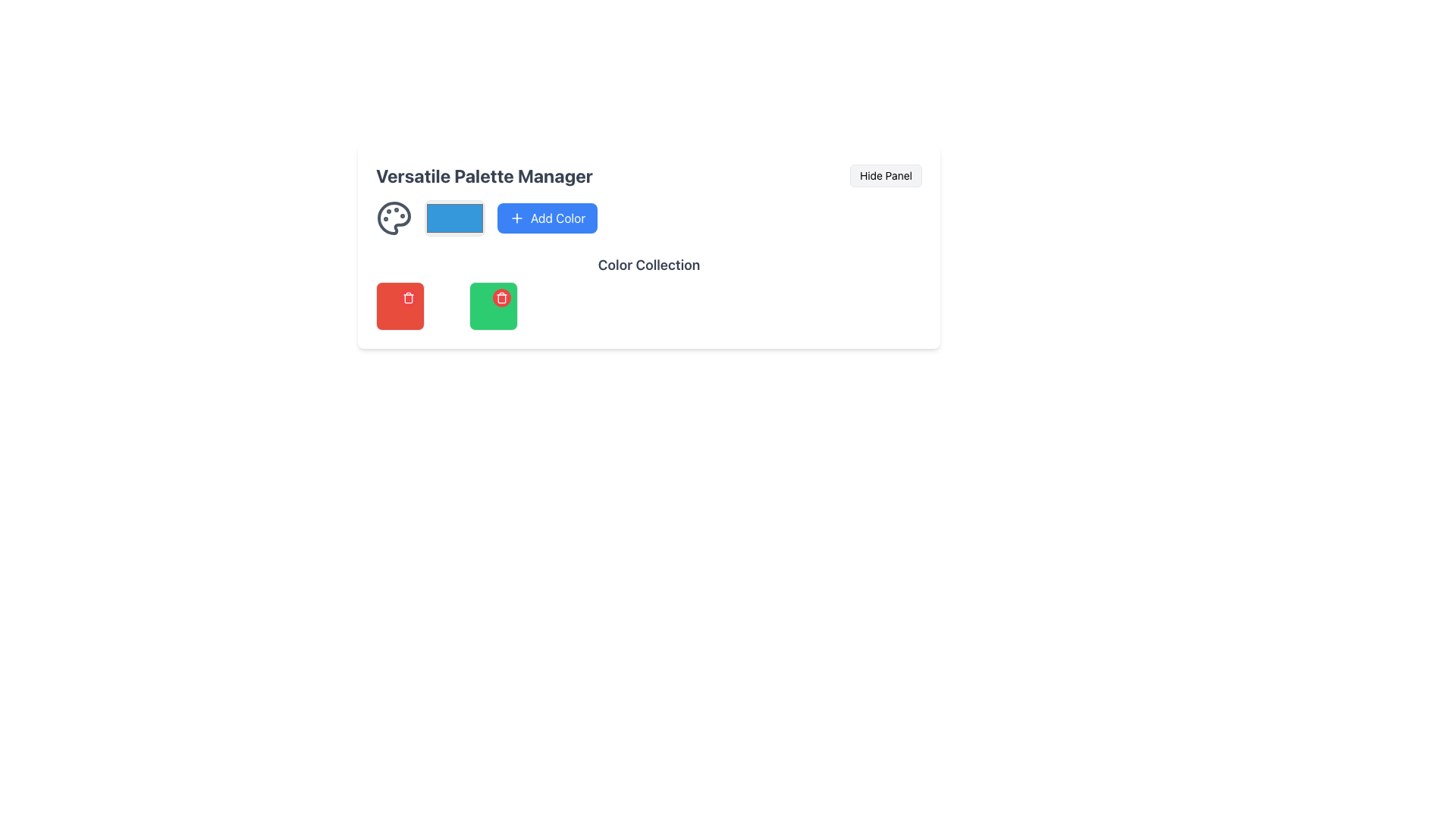 The height and width of the screenshot is (819, 1456). I want to click on the trash can icon located at the top-right corner of the color palette section, so click(408, 298).